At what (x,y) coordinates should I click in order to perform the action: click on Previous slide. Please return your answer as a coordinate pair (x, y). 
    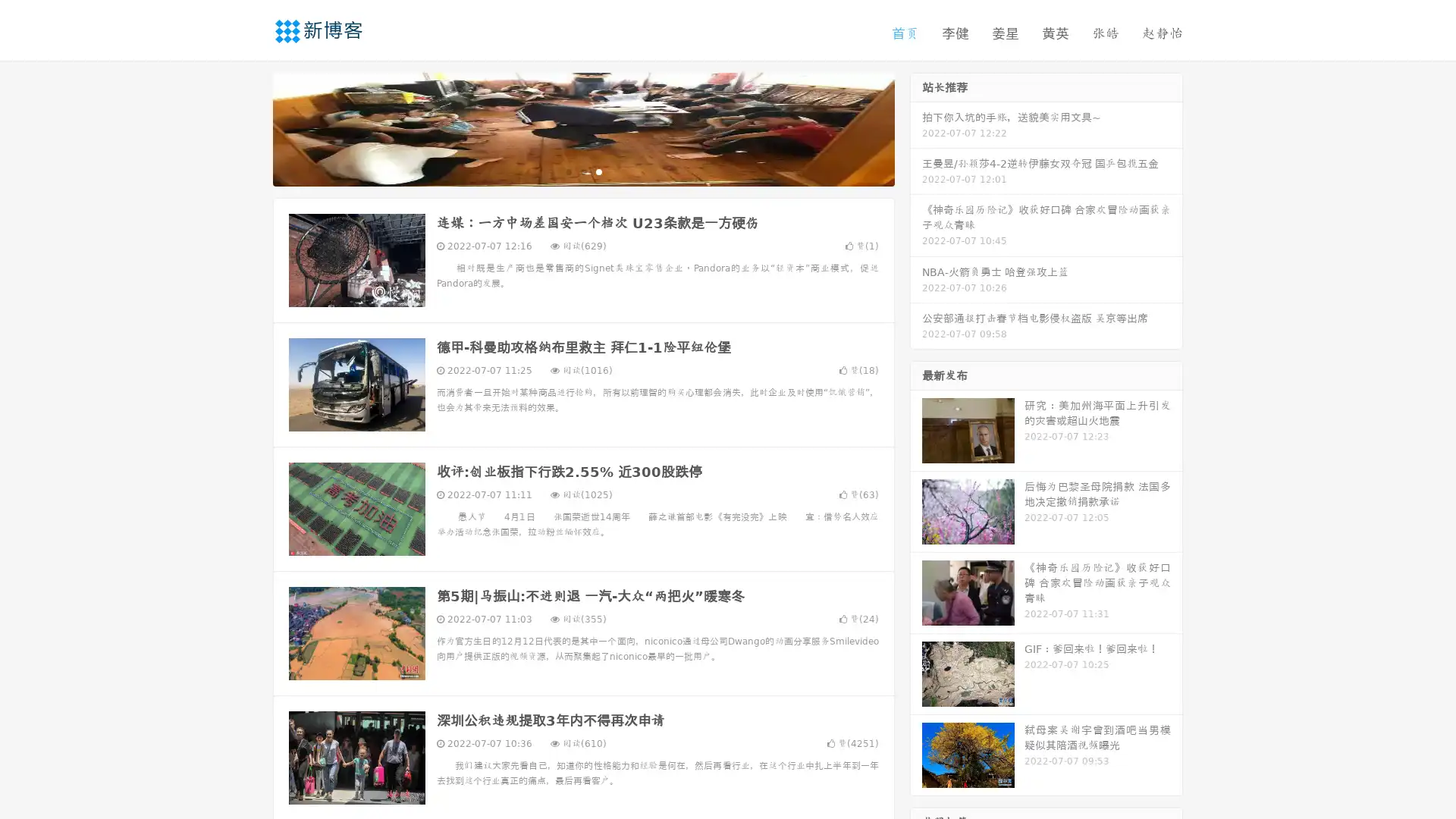
    Looking at the image, I should click on (250, 127).